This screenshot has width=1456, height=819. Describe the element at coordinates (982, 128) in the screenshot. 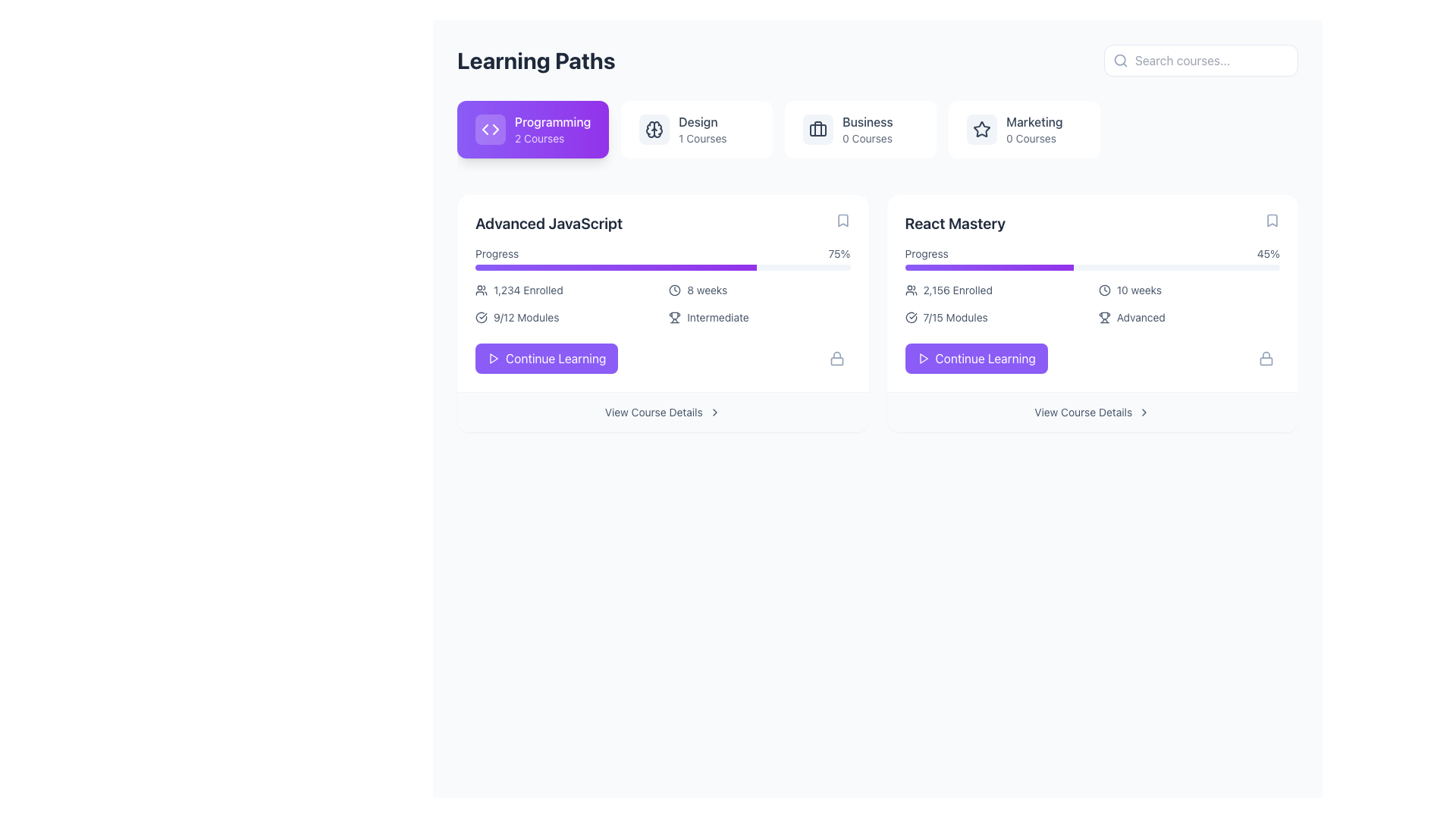

I see `the star icon in the 'Marketing' section to mark the category as favorite` at that location.